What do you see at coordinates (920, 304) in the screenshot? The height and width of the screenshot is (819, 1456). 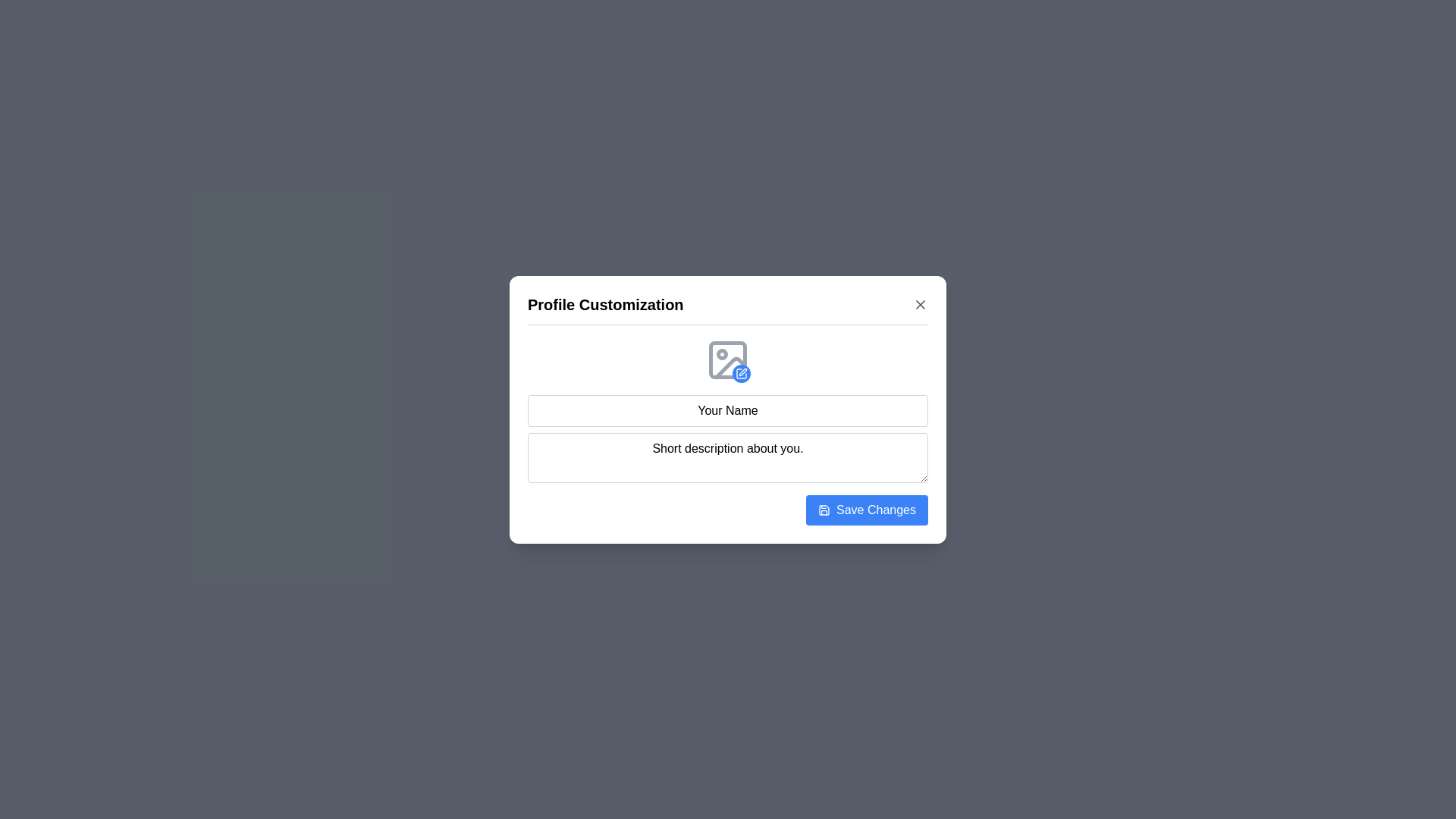 I see `close button to dismiss the dialog` at bounding box center [920, 304].